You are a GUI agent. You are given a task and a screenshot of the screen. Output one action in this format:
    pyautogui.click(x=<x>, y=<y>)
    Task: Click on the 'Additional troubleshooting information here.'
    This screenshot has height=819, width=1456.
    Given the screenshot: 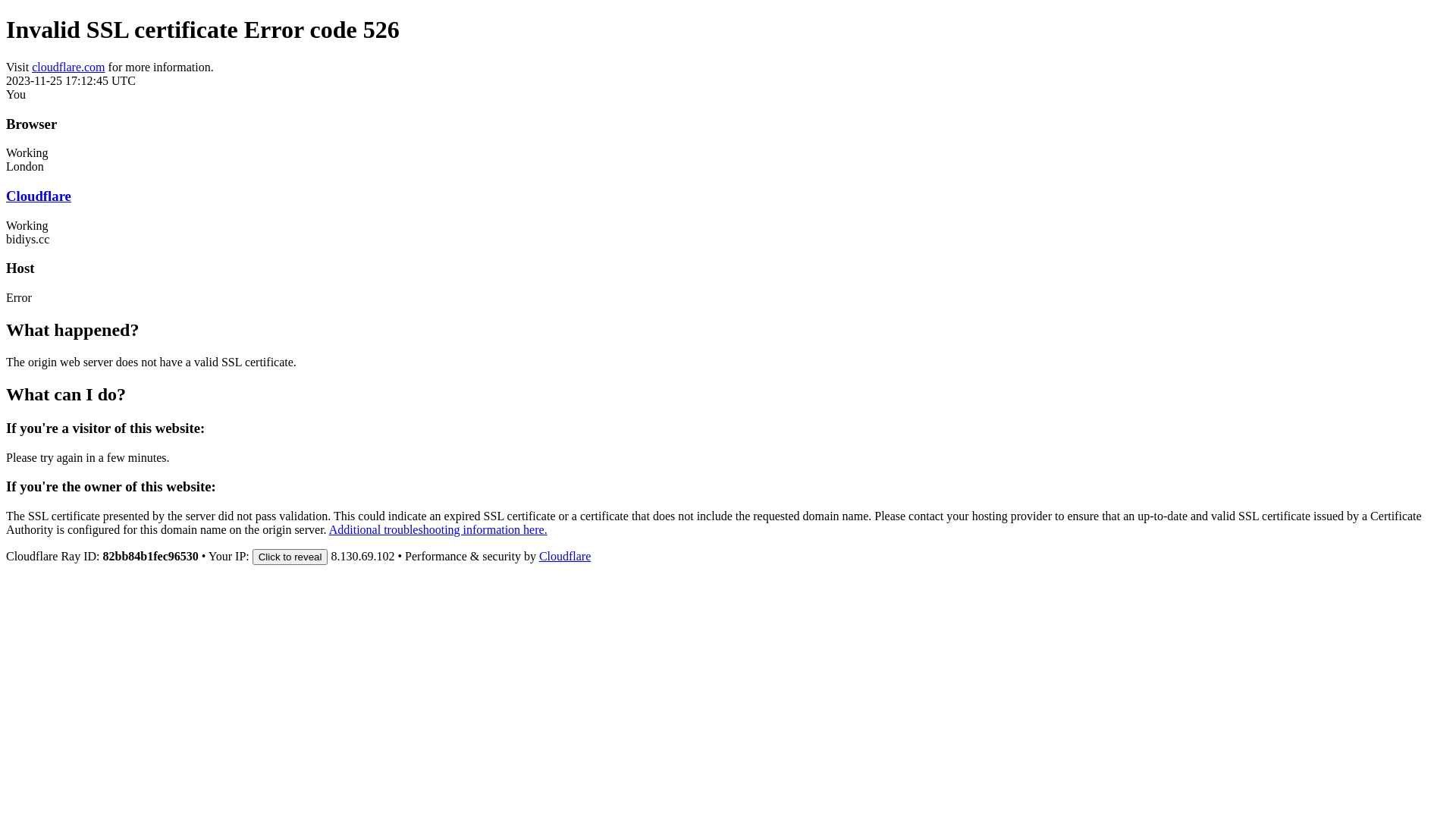 What is the action you would take?
    pyautogui.click(x=437, y=529)
    